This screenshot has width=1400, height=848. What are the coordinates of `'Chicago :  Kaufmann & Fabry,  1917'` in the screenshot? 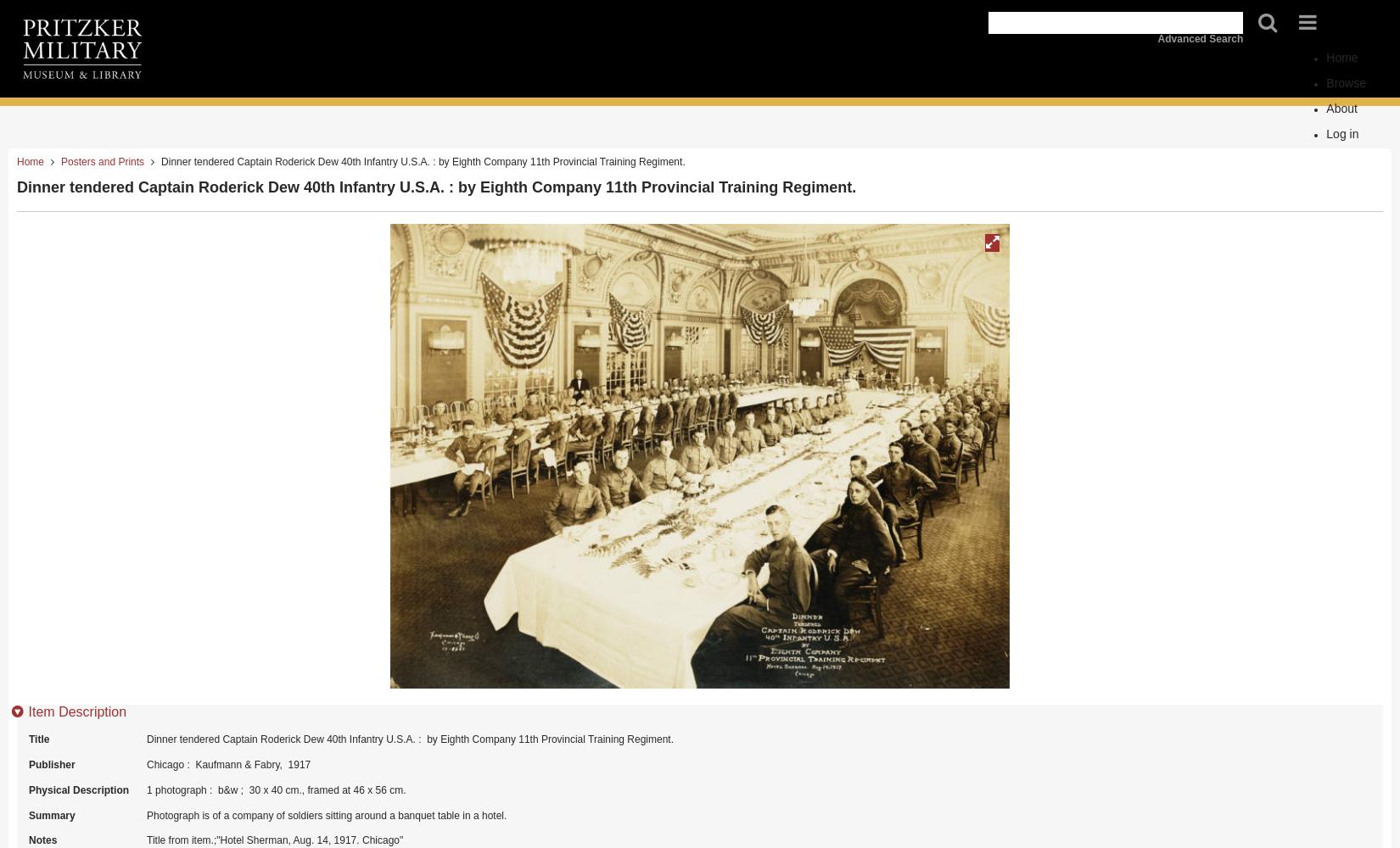 It's located at (146, 764).